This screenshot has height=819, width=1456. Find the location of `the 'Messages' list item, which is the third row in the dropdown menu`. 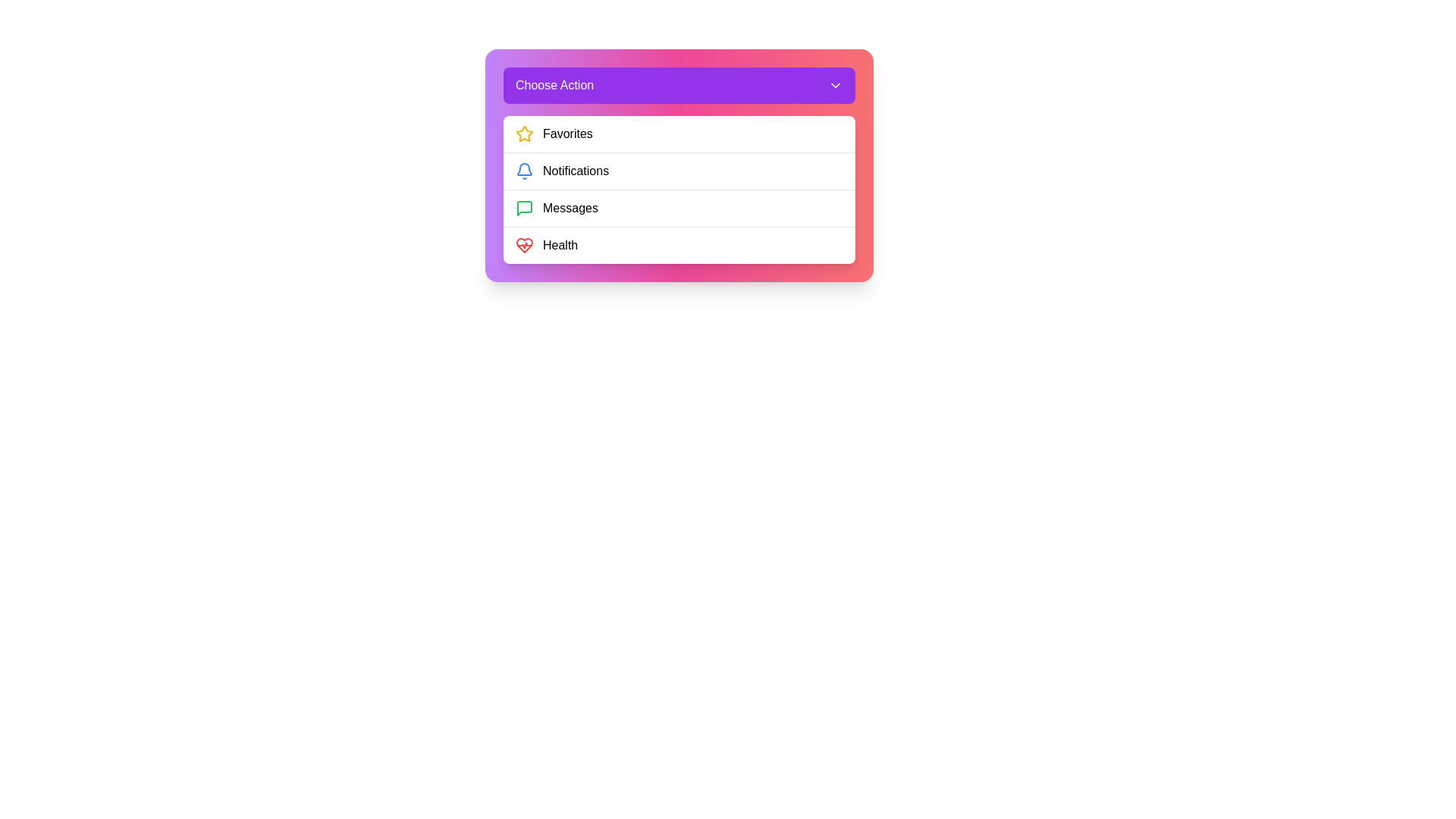

the 'Messages' list item, which is the third row in the dropdown menu is located at coordinates (679, 208).